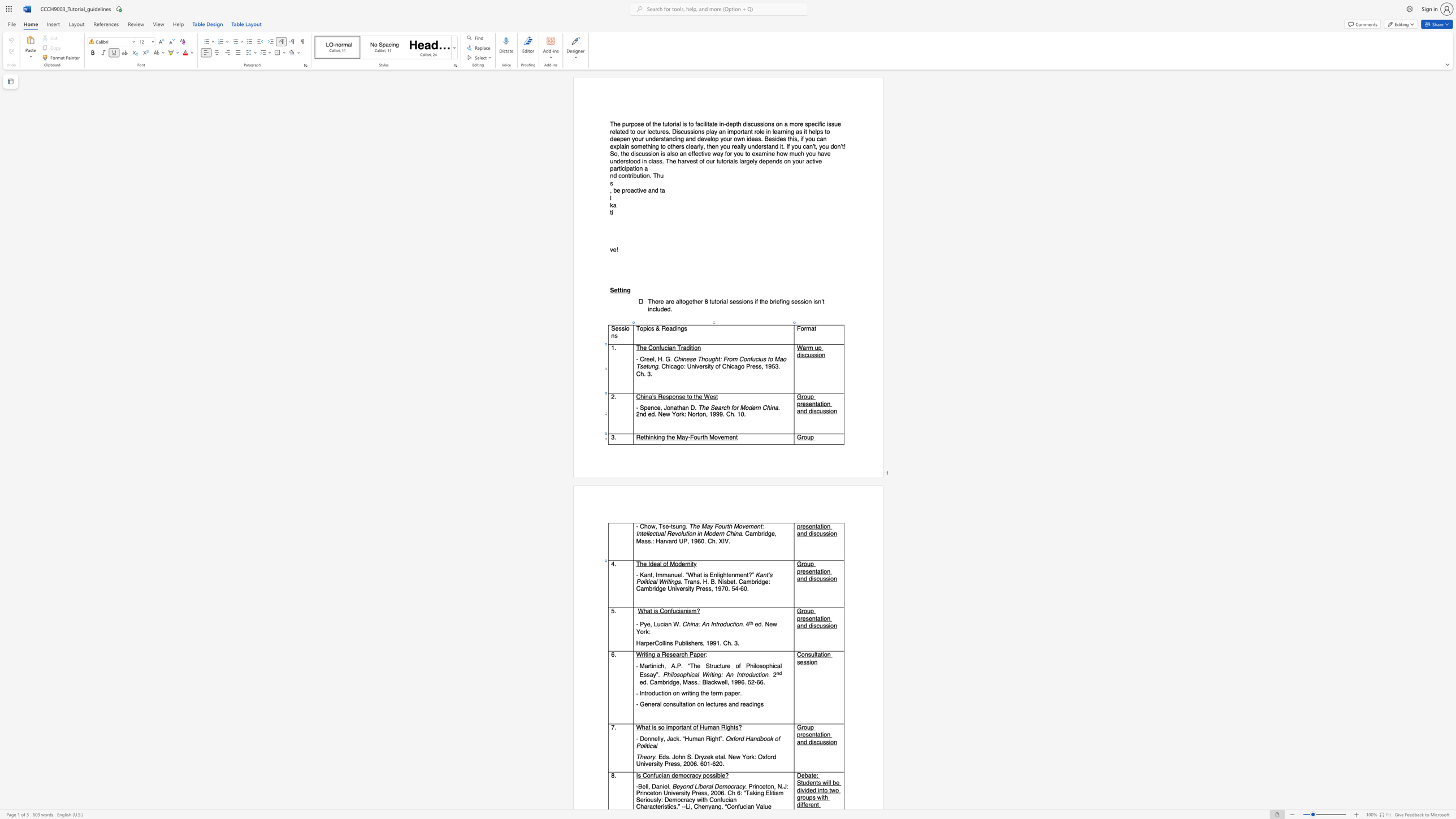  What do you see at coordinates (717, 534) in the screenshot?
I see `the 7th character "e" in the text` at bounding box center [717, 534].